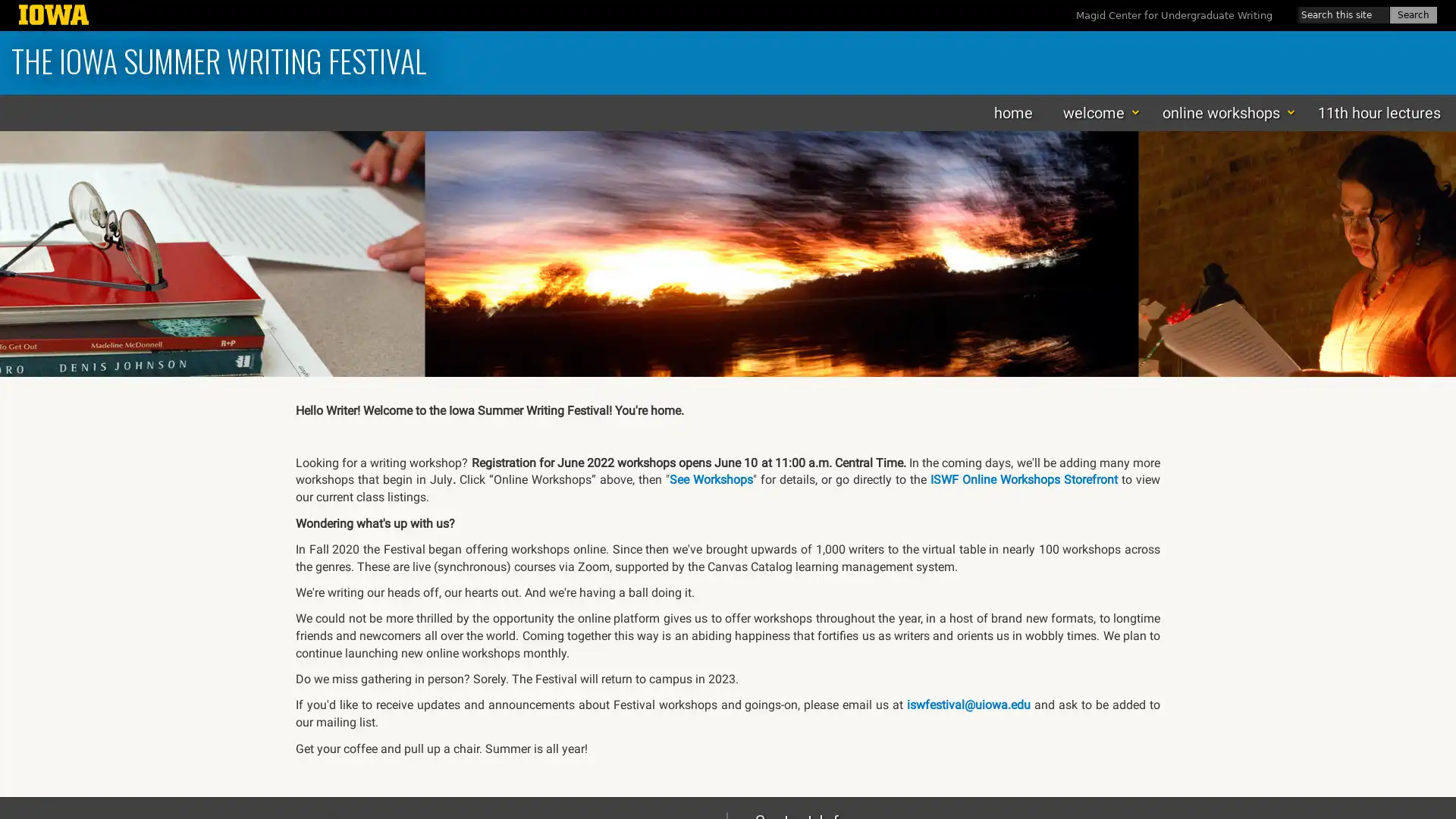 This screenshot has width=1456, height=819. What do you see at coordinates (1412, 14) in the screenshot?
I see `Search` at bounding box center [1412, 14].